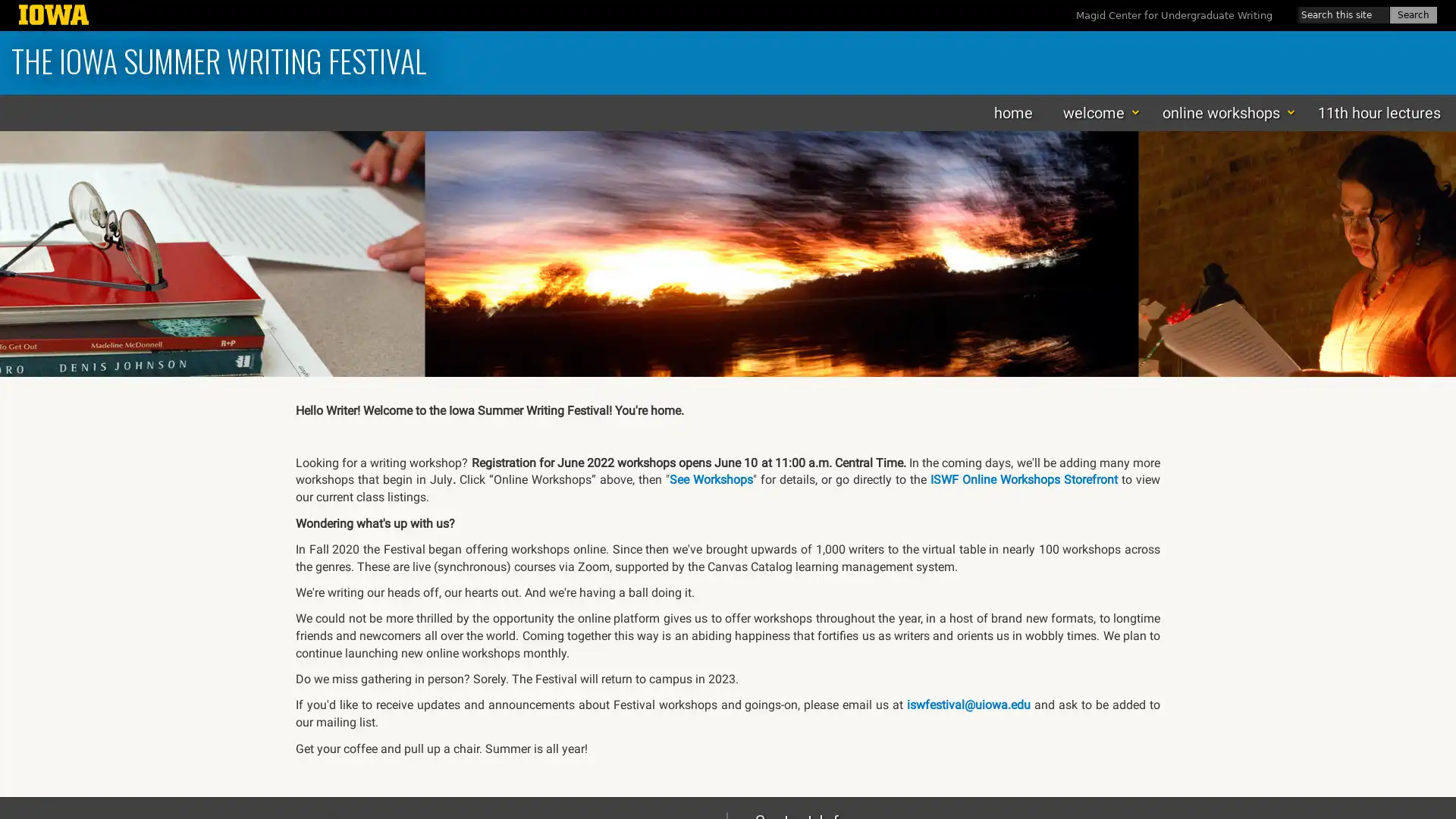 This screenshot has width=1456, height=819. What do you see at coordinates (1412, 14) in the screenshot?
I see `Search` at bounding box center [1412, 14].